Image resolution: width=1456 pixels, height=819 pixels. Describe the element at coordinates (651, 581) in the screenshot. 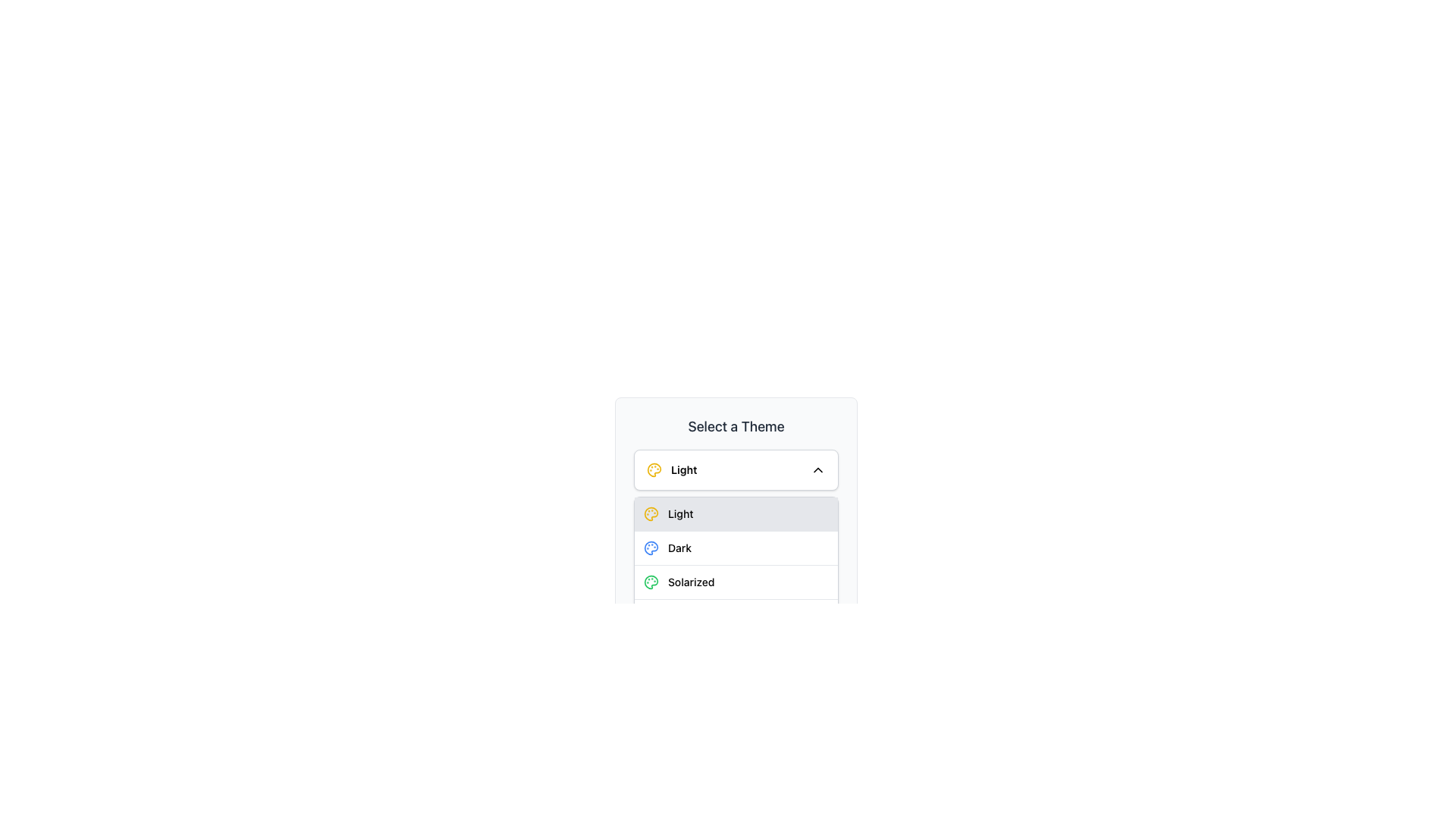

I see `the green circular palette icon, which is the third icon in the theme selection dropdown` at that location.